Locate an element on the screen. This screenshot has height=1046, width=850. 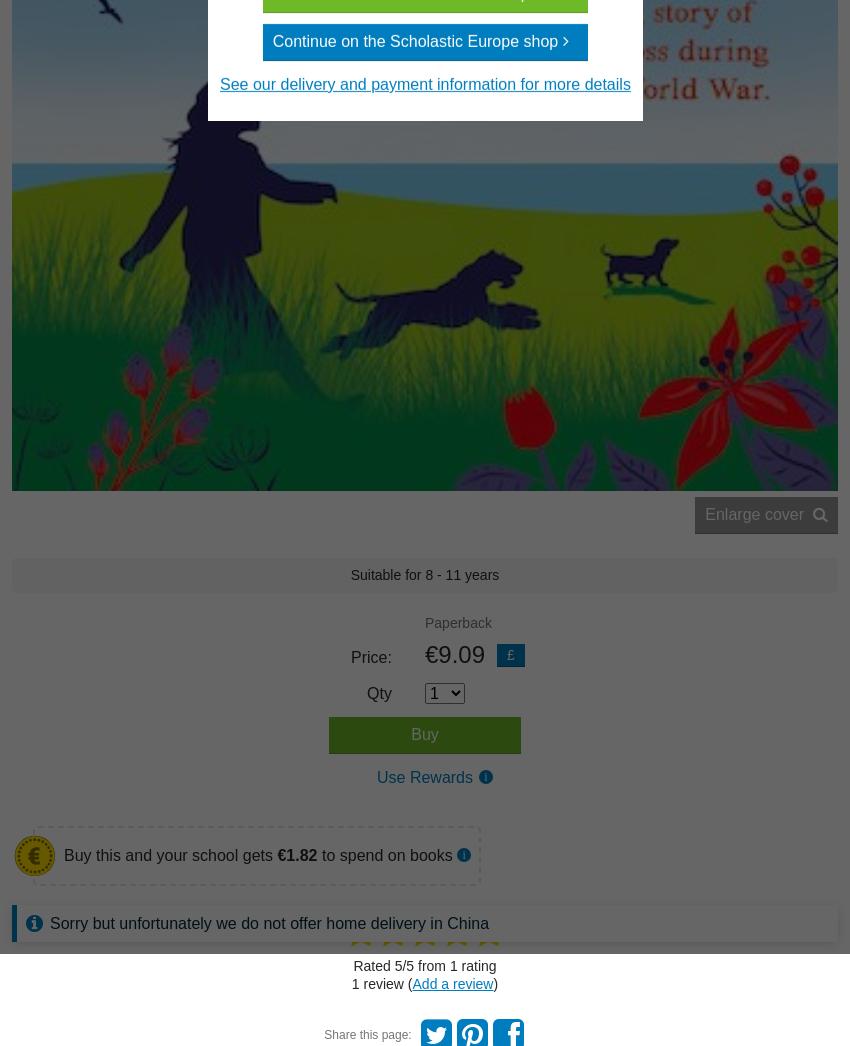
'Suitable for 8 - 11 years' is located at coordinates (424, 573).